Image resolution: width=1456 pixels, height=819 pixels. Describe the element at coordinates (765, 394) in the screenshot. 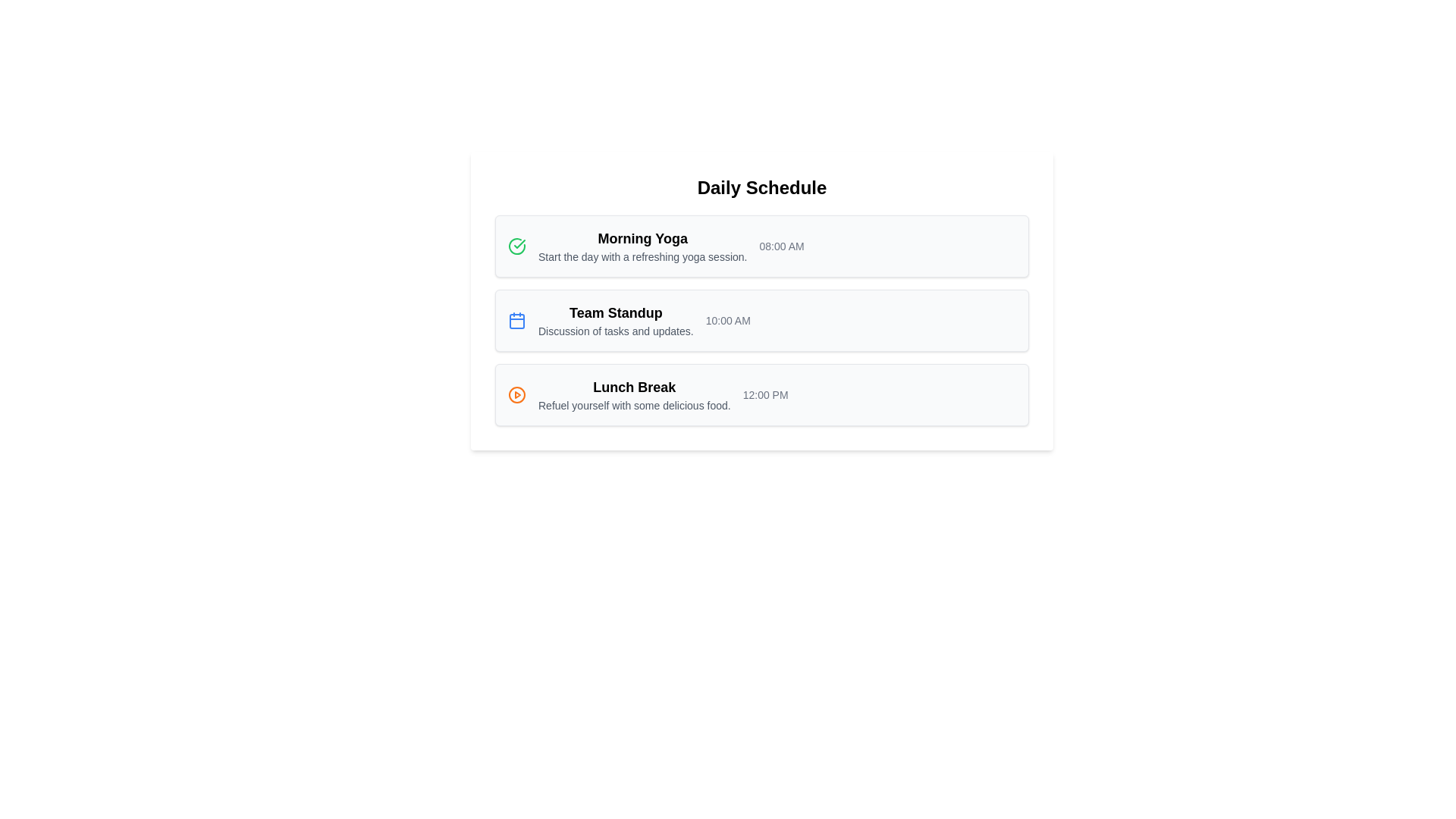

I see `the static text label displaying the time for the lunch break event in the daily schedule` at that location.